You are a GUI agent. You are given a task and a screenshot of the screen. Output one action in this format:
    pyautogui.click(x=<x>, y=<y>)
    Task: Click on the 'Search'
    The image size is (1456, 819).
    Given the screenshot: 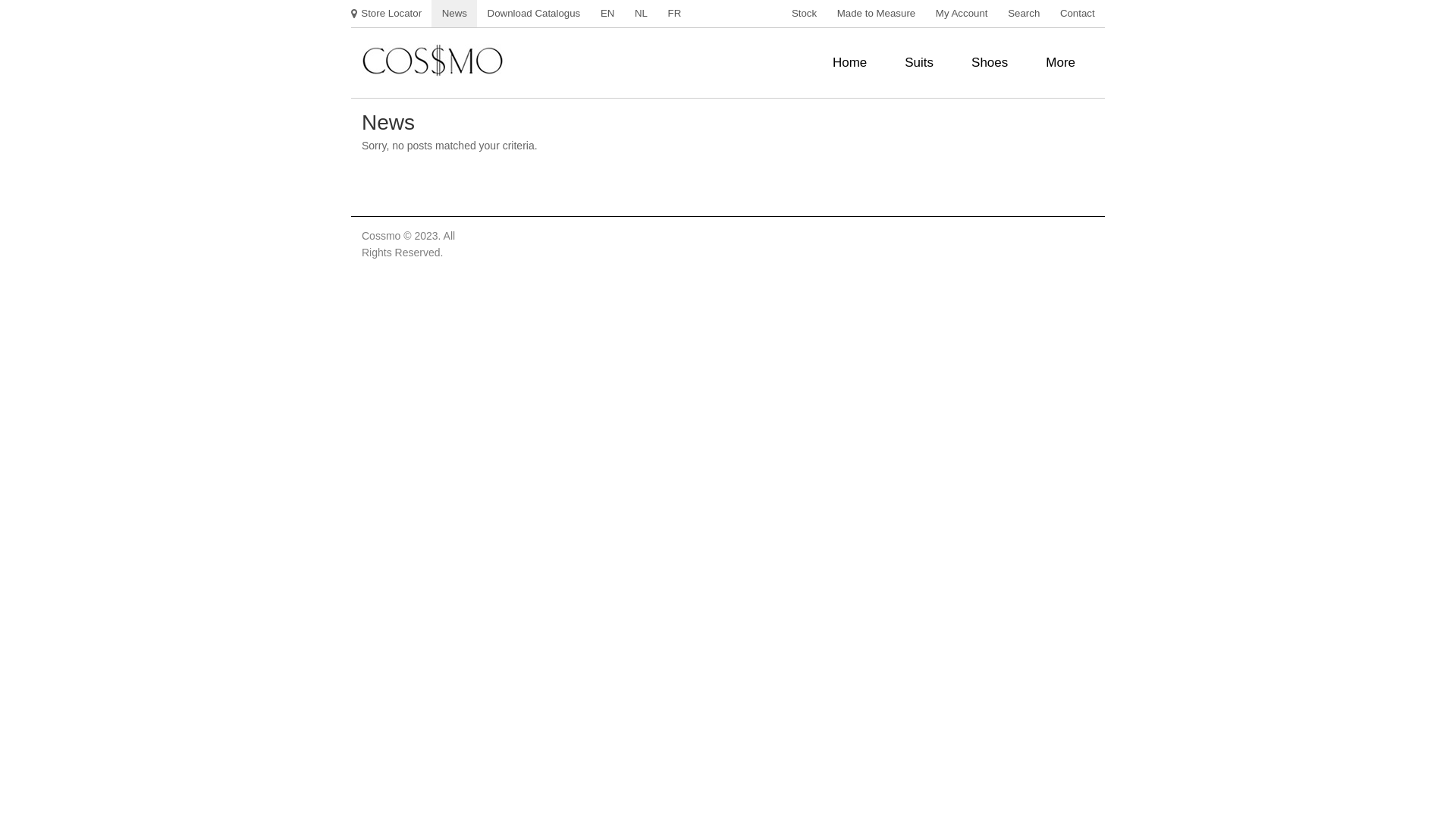 What is the action you would take?
    pyautogui.click(x=1024, y=14)
    